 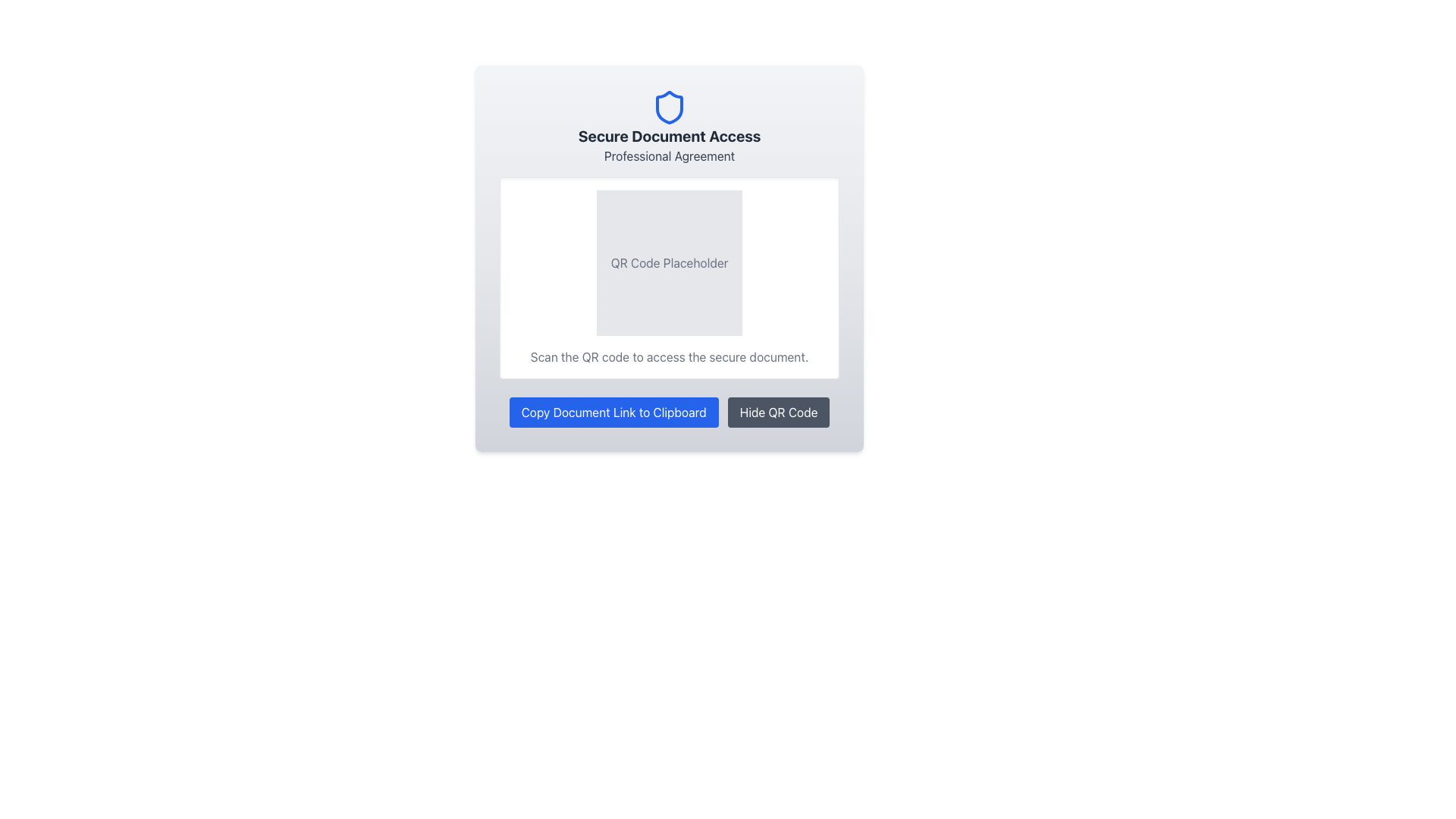 I want to click on the Textblock with an icon that displays 'Secure Document Access' and 'Professional Agreement', which features a blue shield icon above the text, so click(x=669, y=127).